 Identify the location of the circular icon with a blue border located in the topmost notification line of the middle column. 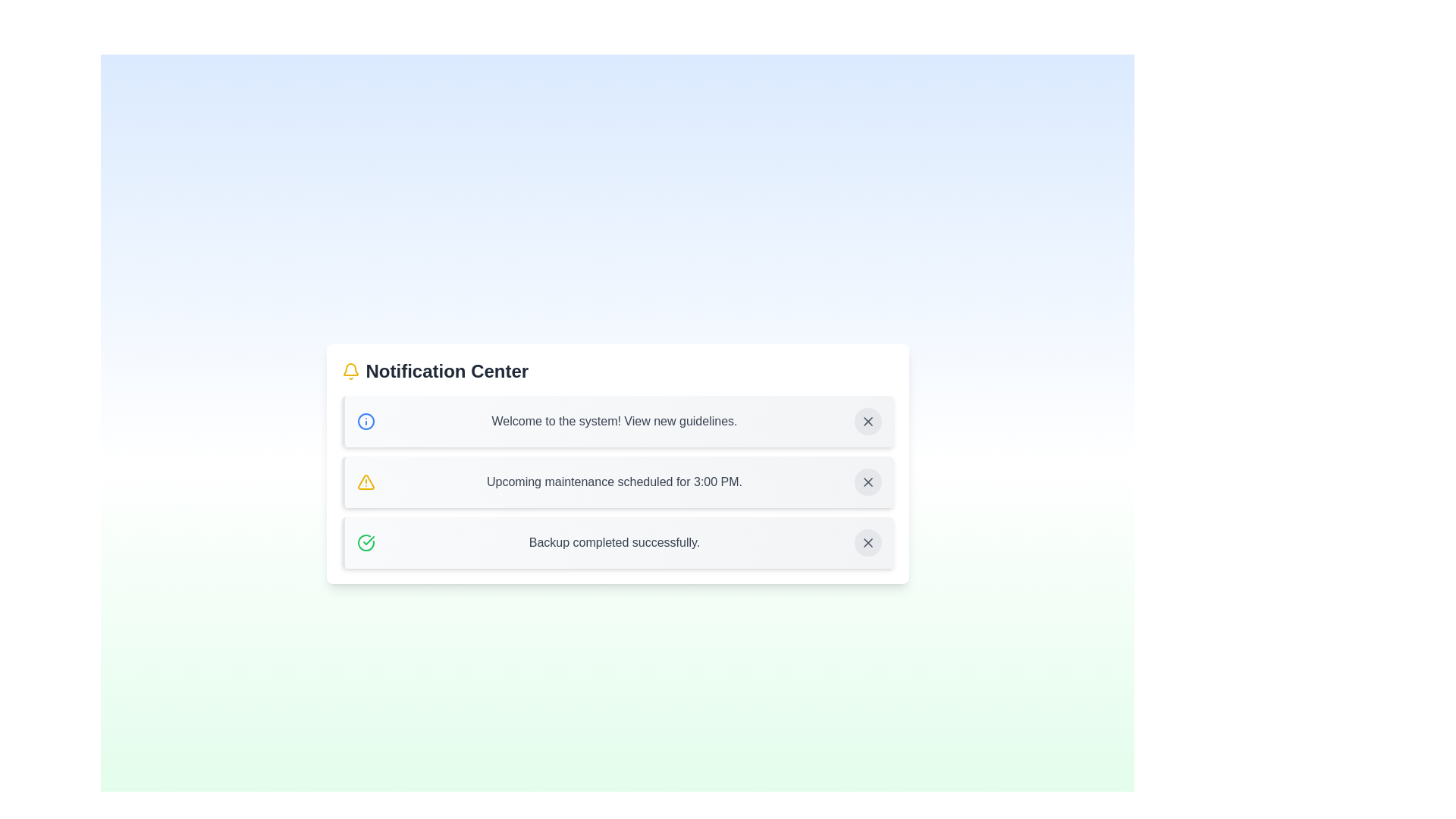
(366, 421).